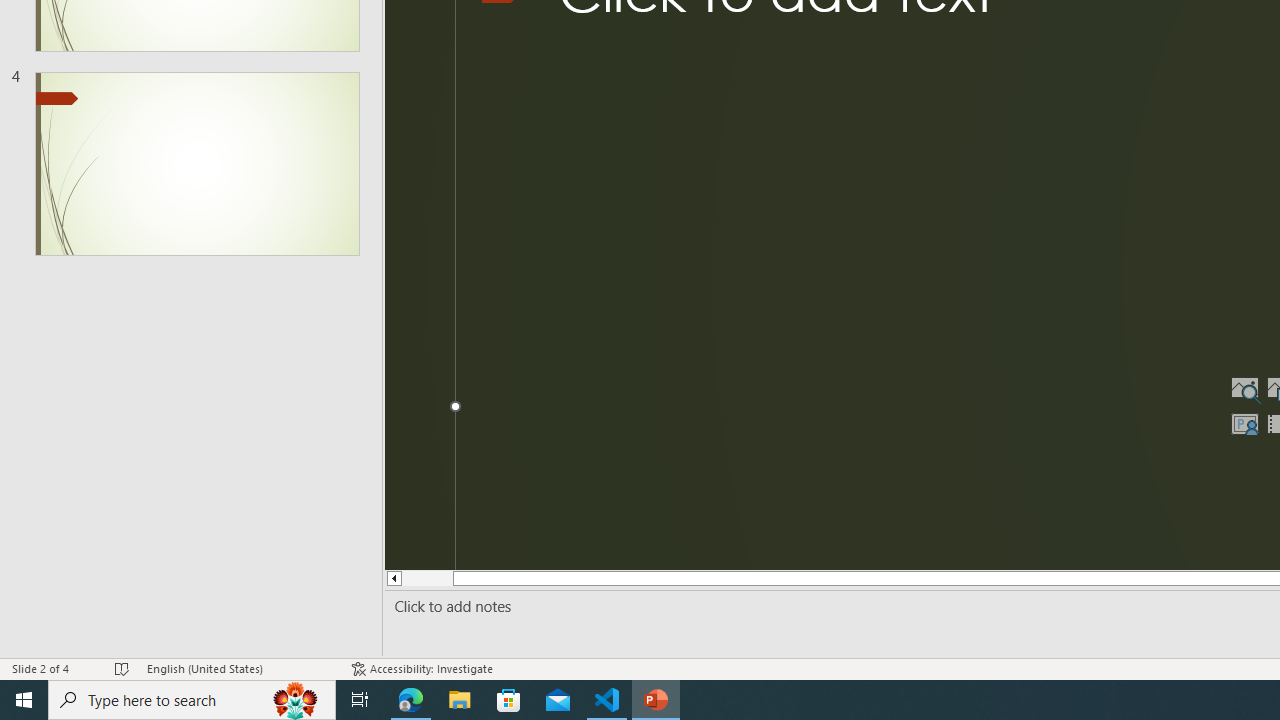 The width and height of the screenshot is (1280, 720). What do you see at coordinates (1243, 388) in the screenshot?
I see `'Stock Images'` at bounding box center [1243, 388].